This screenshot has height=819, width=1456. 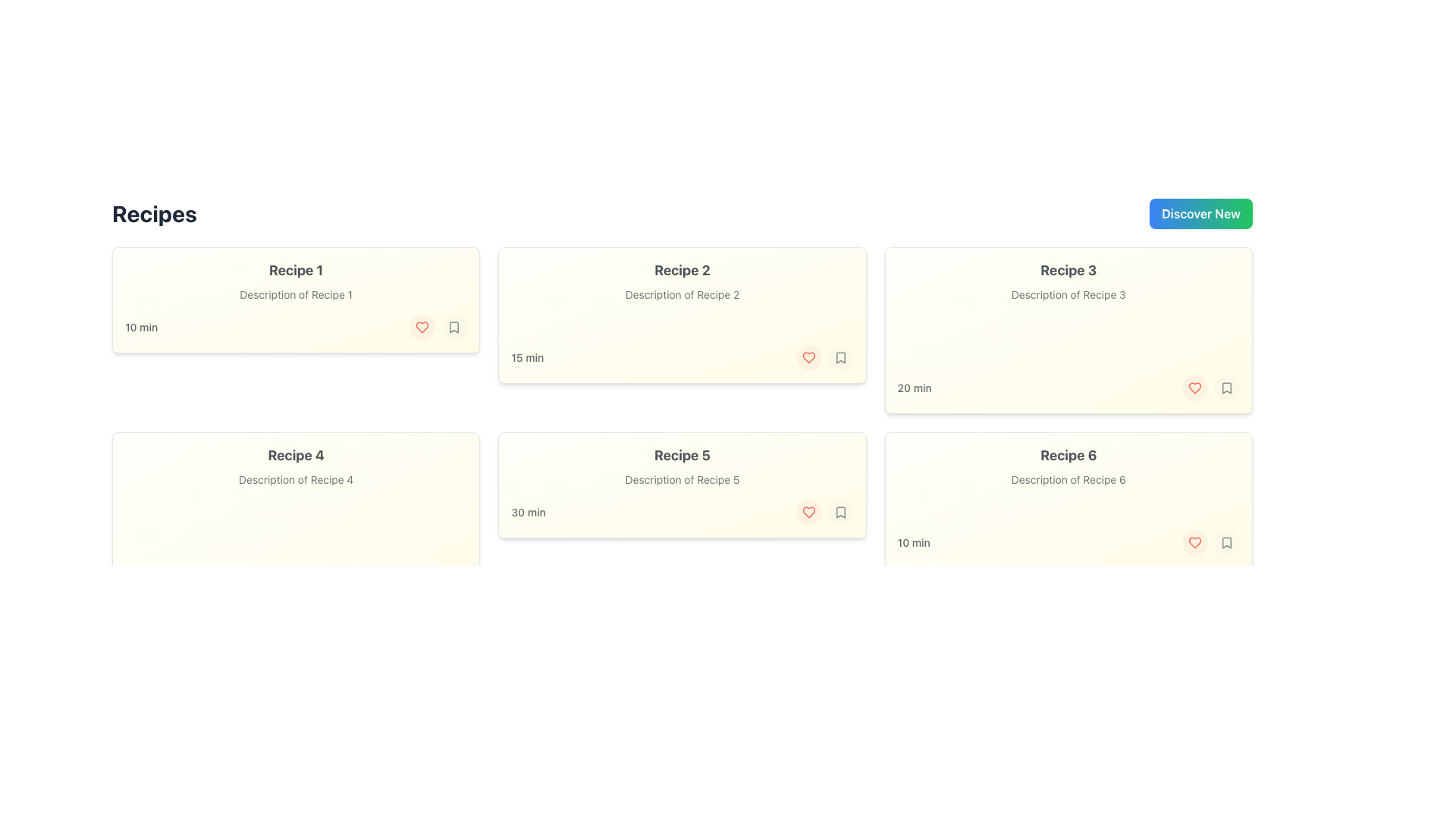 What do you see at coordinates (681, 479) in the screenshot?
I see `the descriptive text element reading 'Description of Recipe 5', which is located in the card labeled 'Recipe 5', directly beneath its title` at bounding box center [681, 479].